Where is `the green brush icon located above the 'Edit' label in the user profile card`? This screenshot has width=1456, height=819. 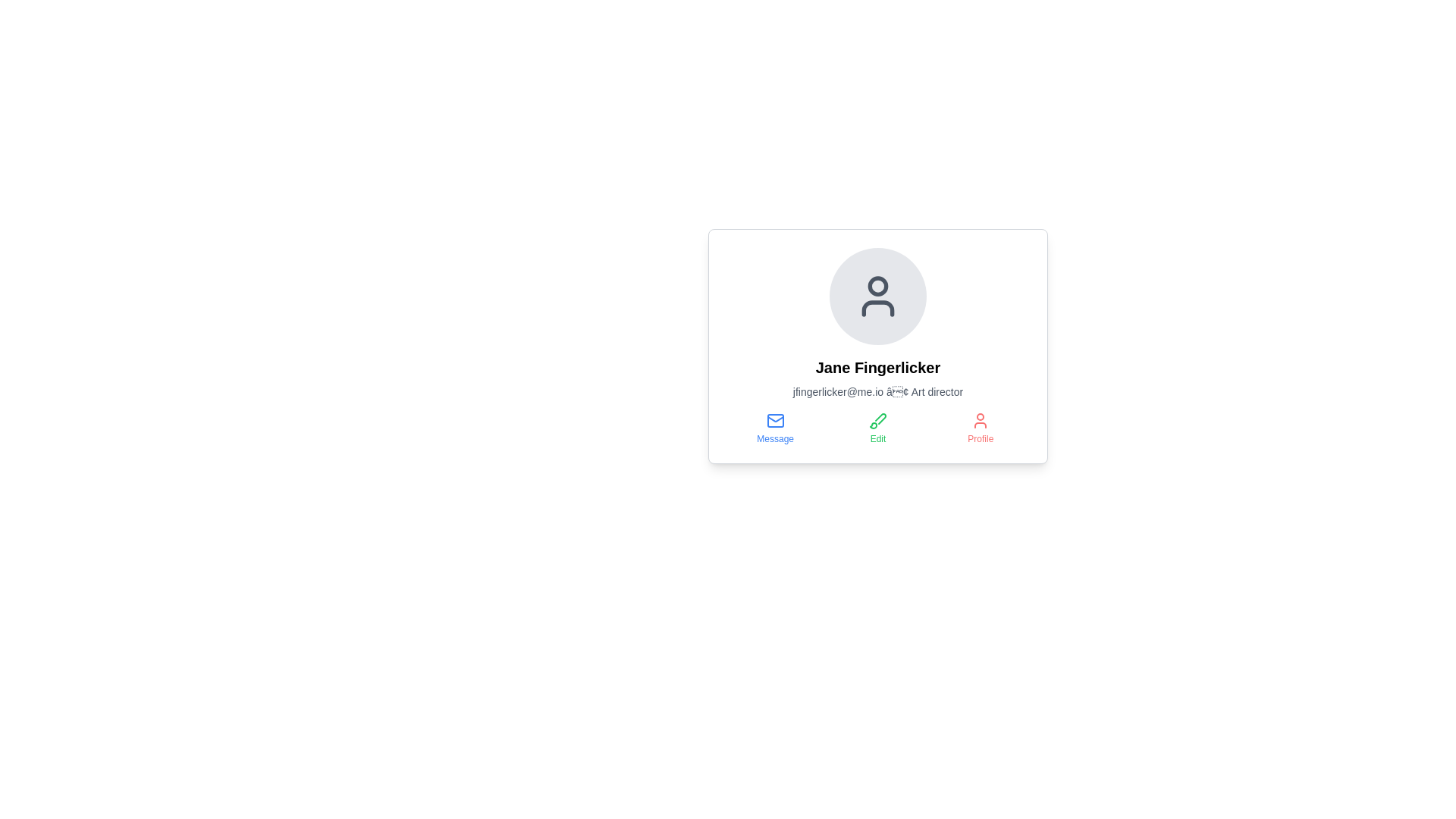 the green brush icon located above the 'Edit' label in the user profile card is located at coordinates (877, 421).